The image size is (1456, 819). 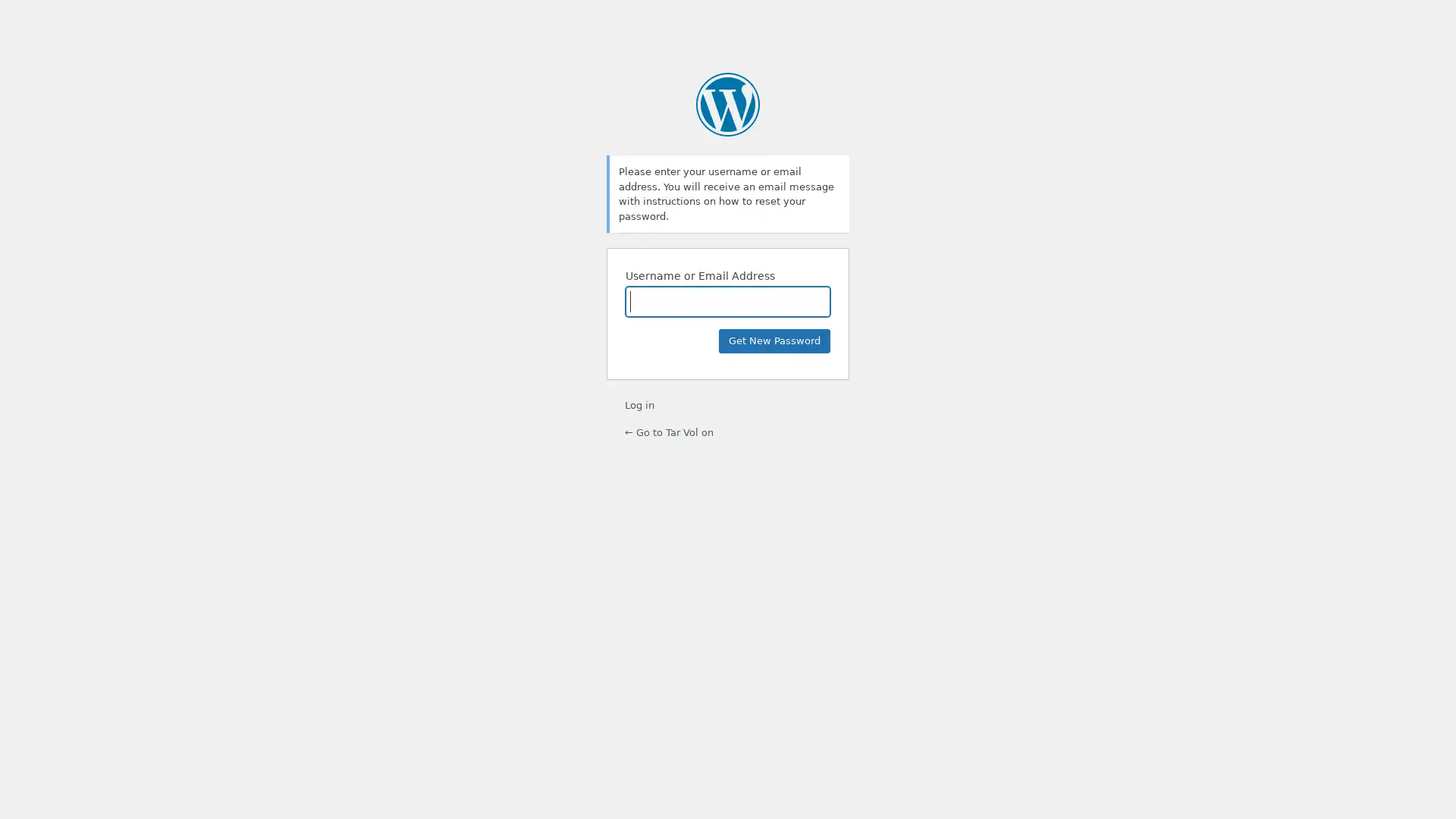 I want to click on Get New Password, so click(x=774, y=341).